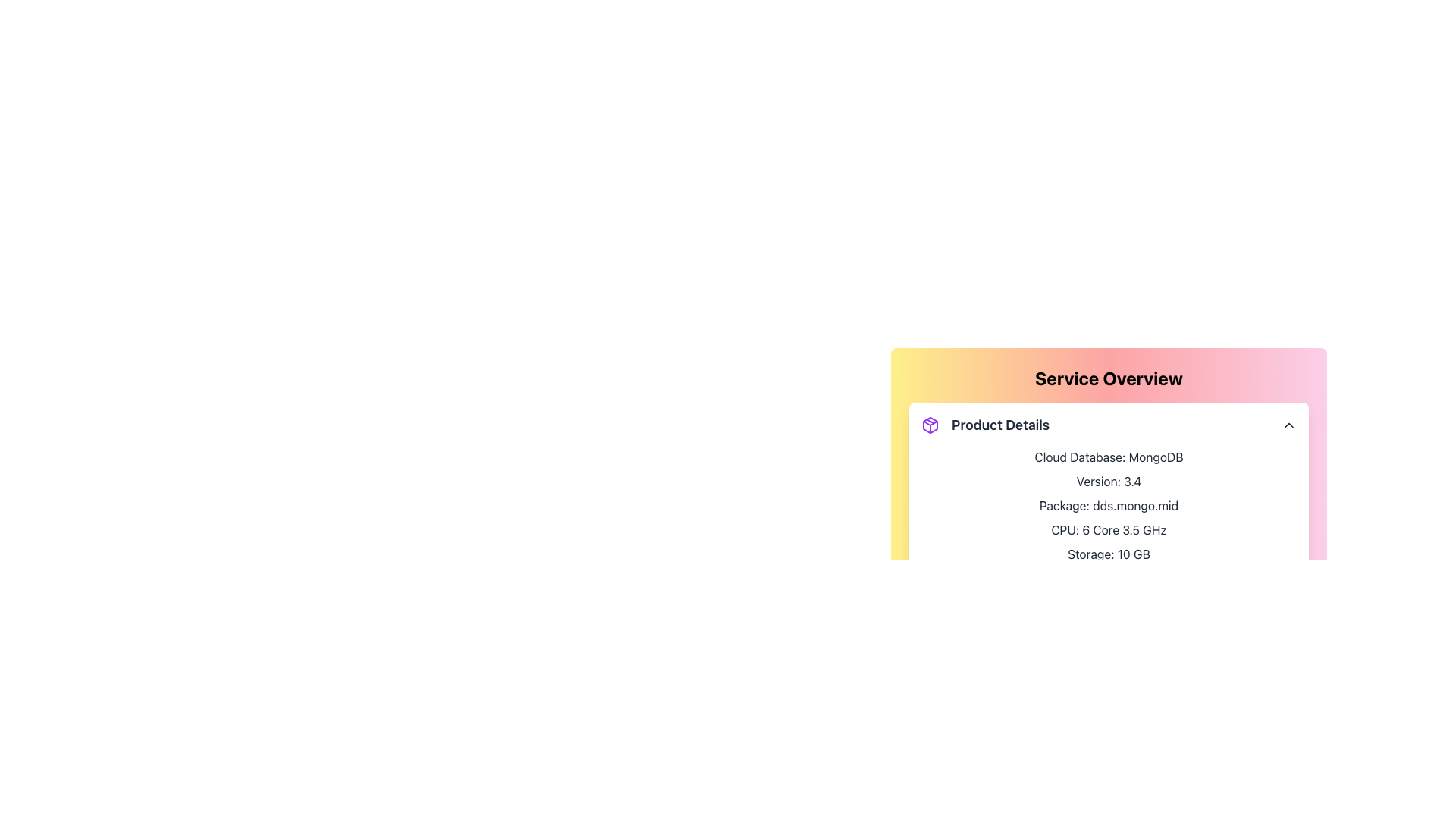 This screenshot has width=1456, height=819. What do you see at coordinates (1288, 425) in the screenshot?
I see `the minimalist upward-pointing chevron arrow icon located to the right of the 'Product Details' text in the header section` at bounding box center [1288, 425].